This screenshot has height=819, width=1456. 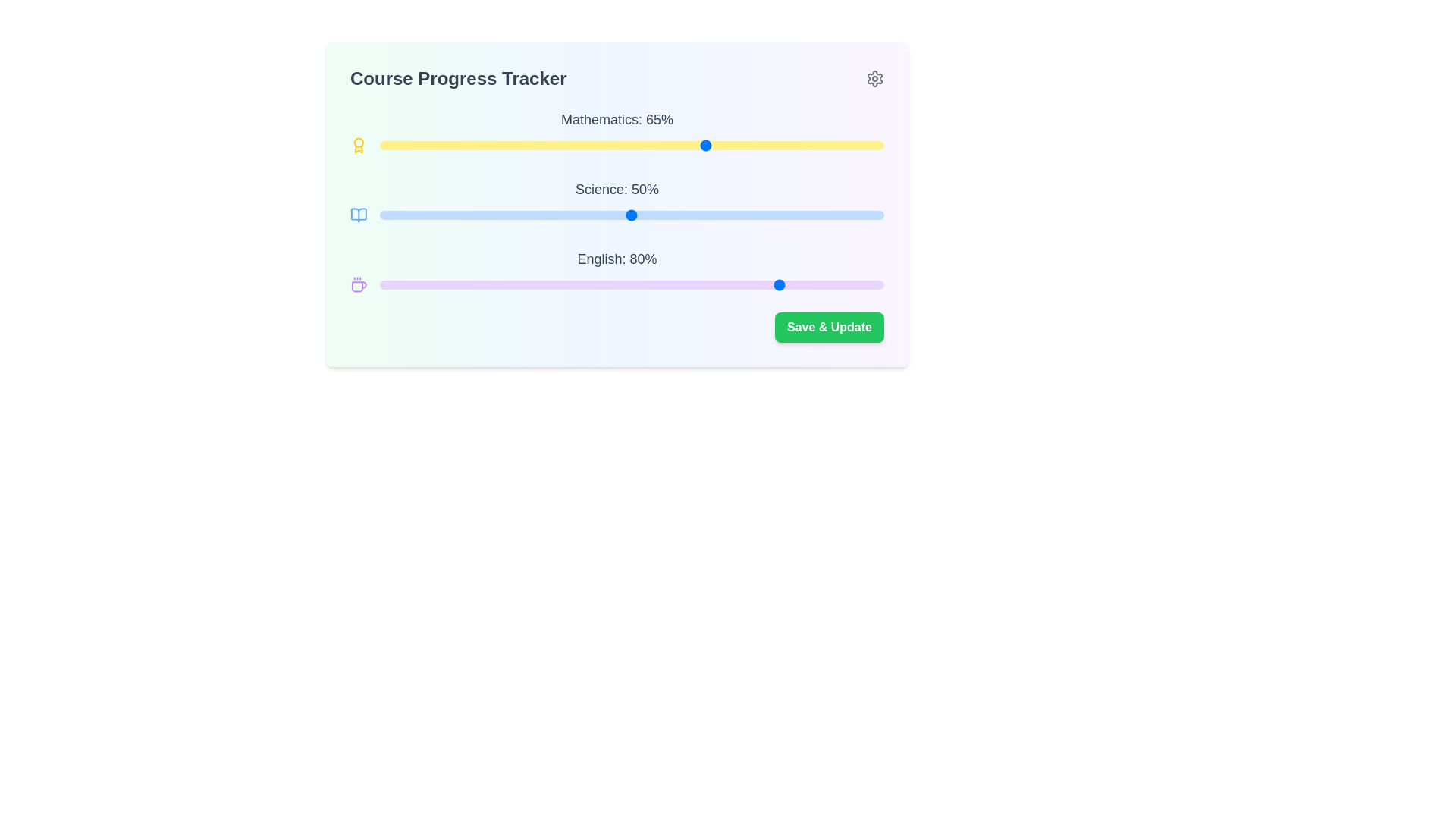 I want to click on the icon located to the left of the third progress bar representing 'English: 80%' in the Course Progress Tracker, so click(x=358, y=287).